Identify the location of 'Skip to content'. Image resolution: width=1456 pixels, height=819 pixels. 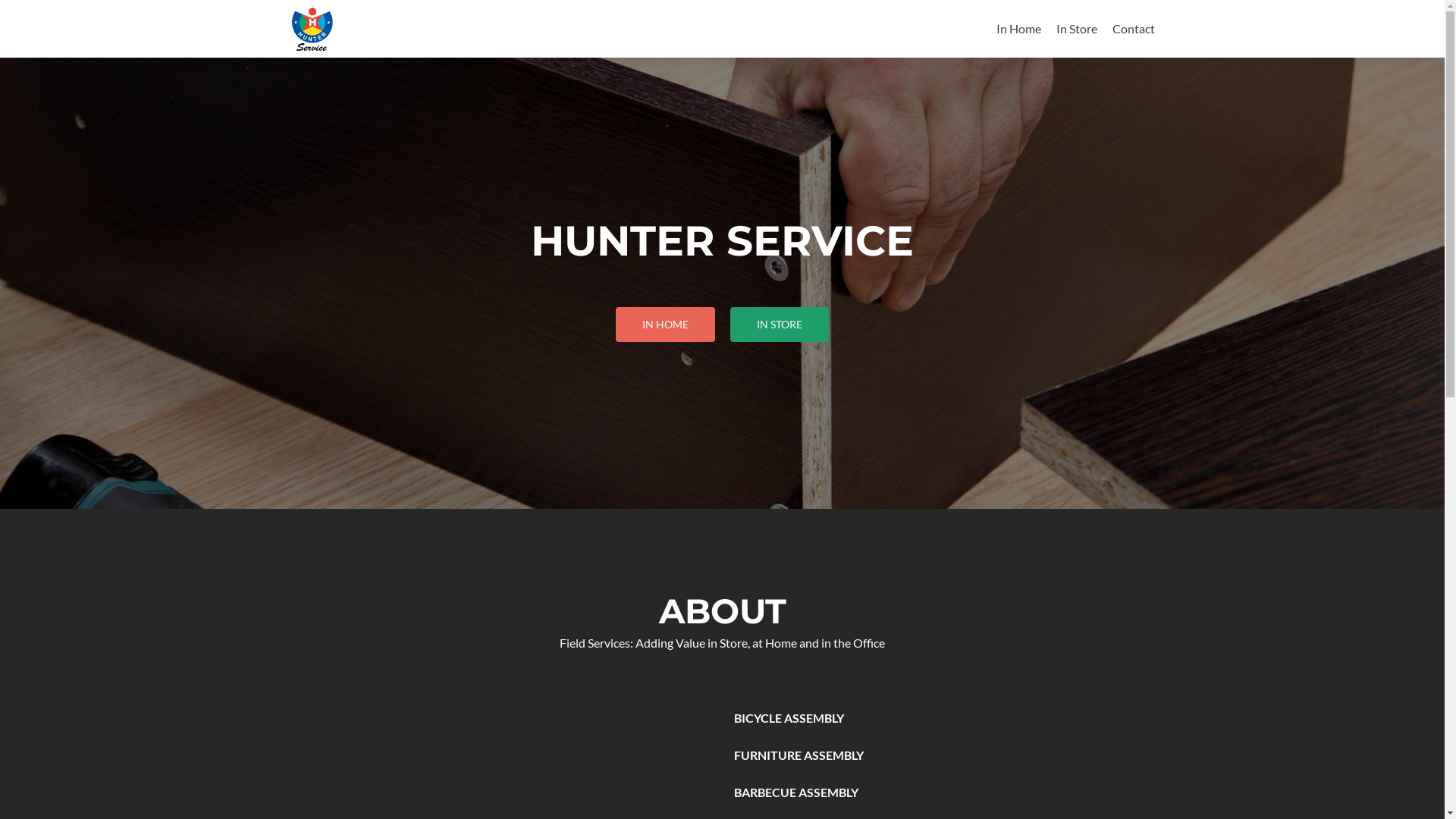
(1035, 8).